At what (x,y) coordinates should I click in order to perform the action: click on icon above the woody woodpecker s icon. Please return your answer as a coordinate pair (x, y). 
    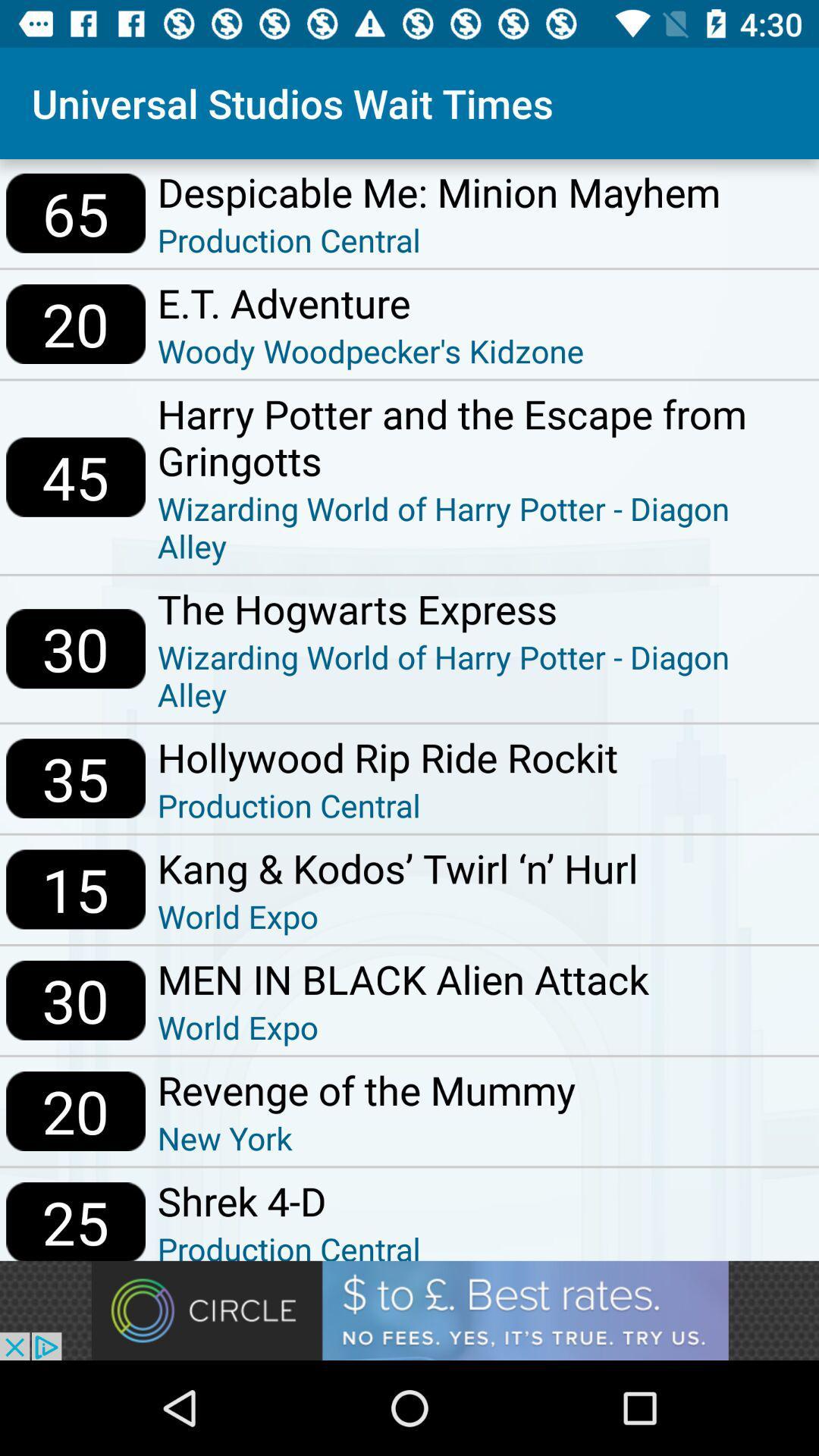
    Looking at the image, I should click on (371, 303).